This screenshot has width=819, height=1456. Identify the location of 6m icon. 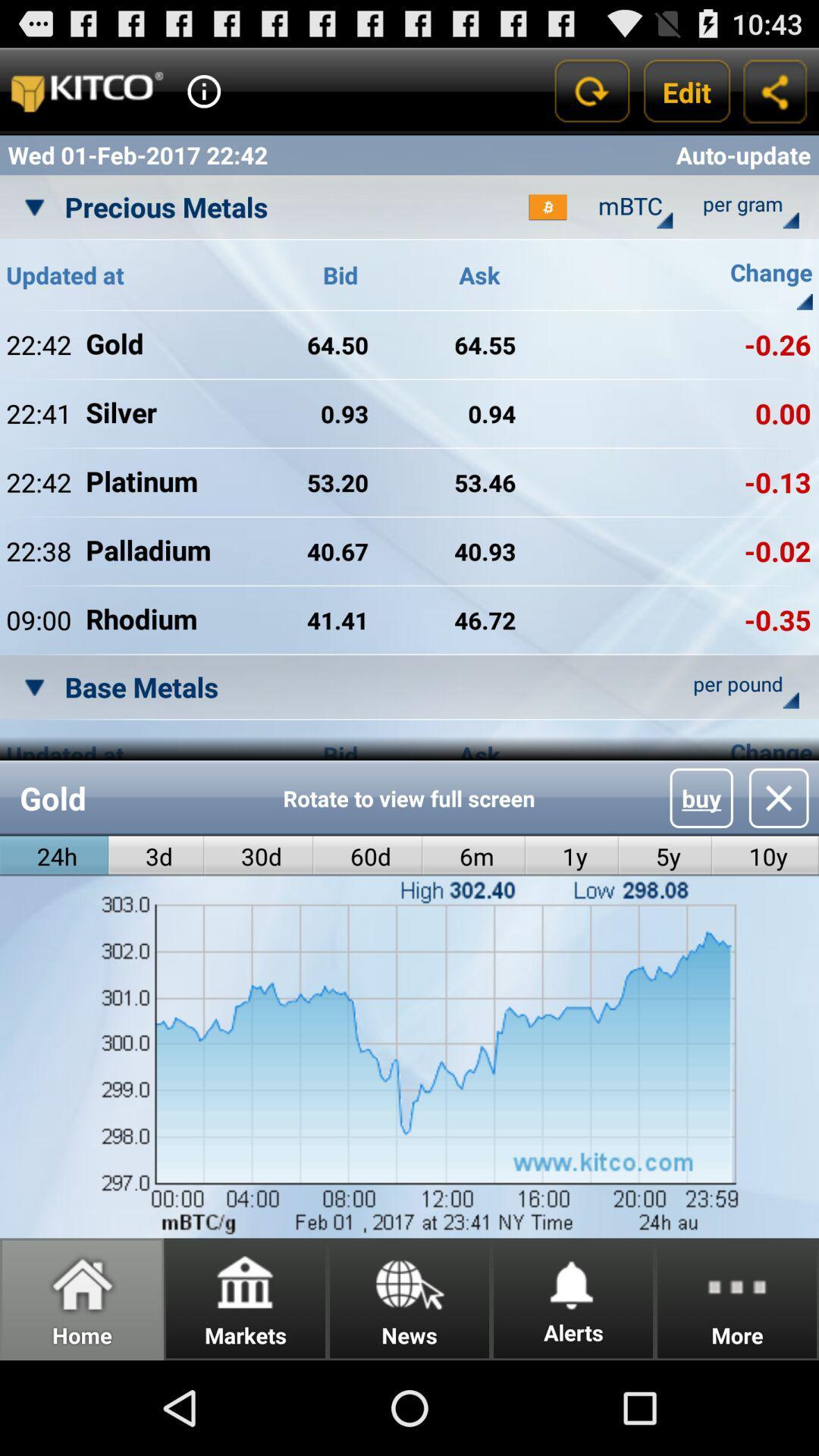
(473, 856).